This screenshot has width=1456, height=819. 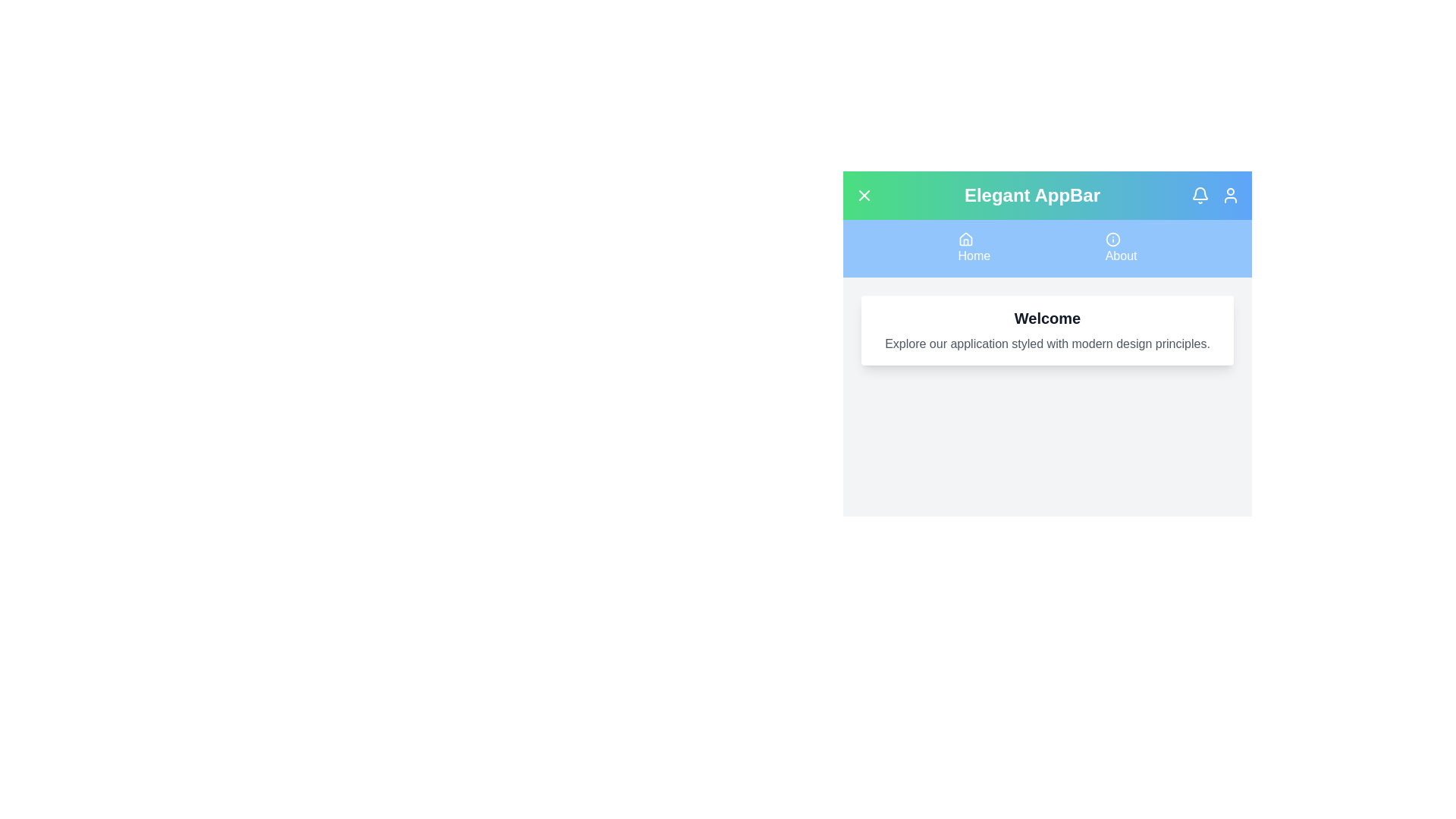 I want to click on the 'User' icon to access user options, so click(x=1230, y=195).